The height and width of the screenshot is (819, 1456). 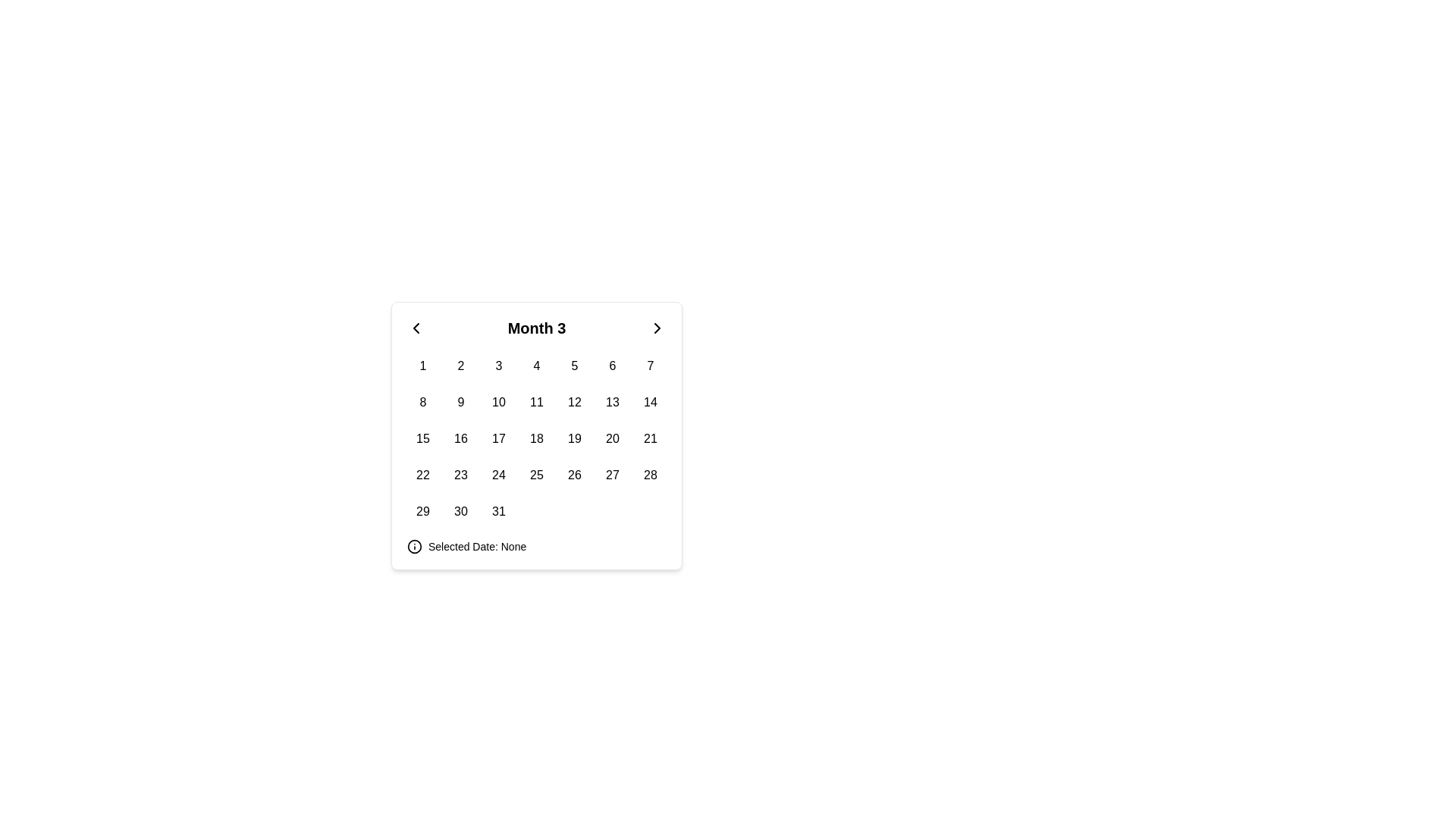 What do you see at coordinates (460, 402) in the screenshot?
I see `the second cell in the second row of the calendar date grid, which visually highlights the date it corresponds to` at bounding box center [460, 402].